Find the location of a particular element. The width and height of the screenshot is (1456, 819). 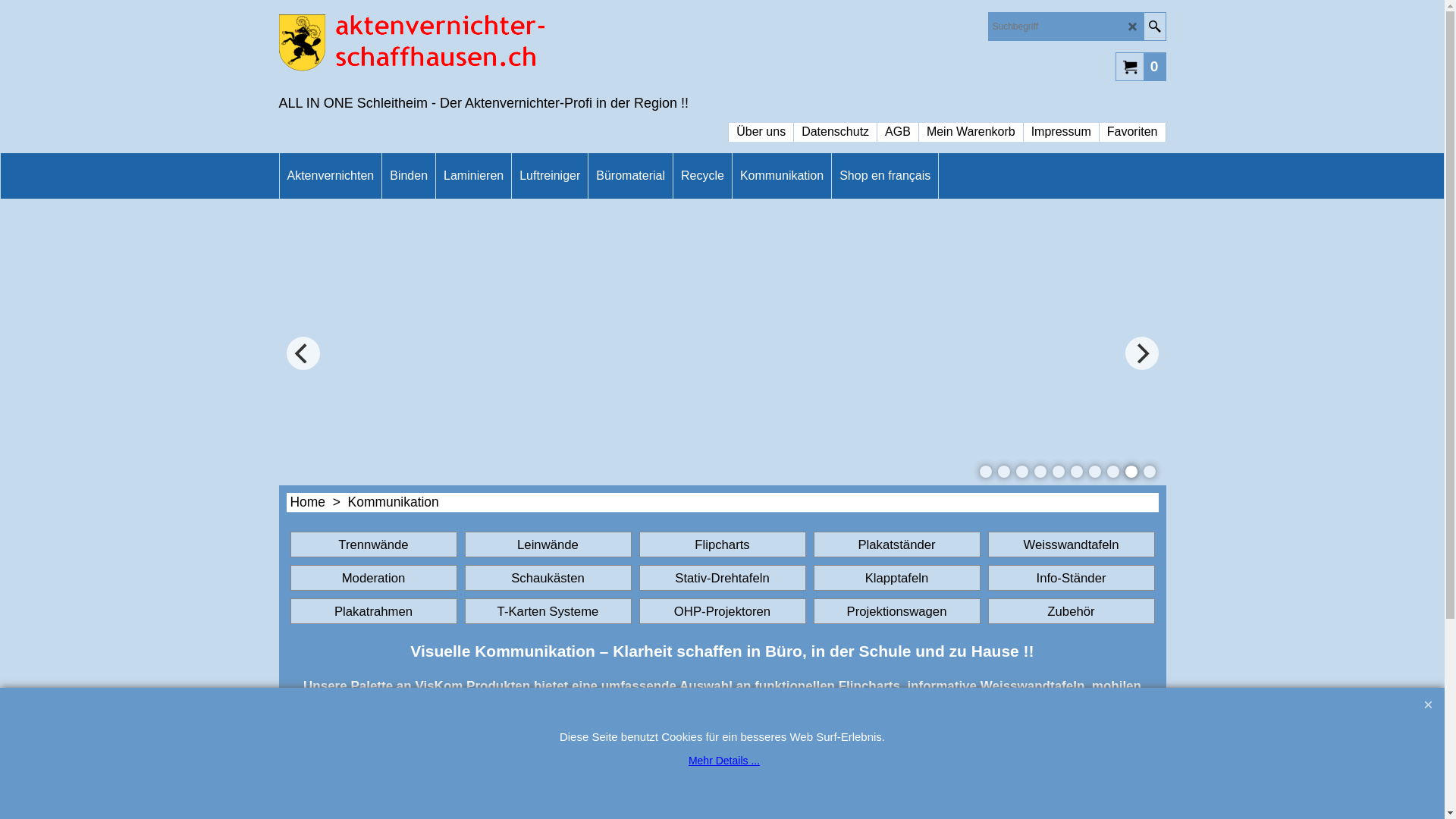

'Laminieren' is located at coordinates (472, 174).